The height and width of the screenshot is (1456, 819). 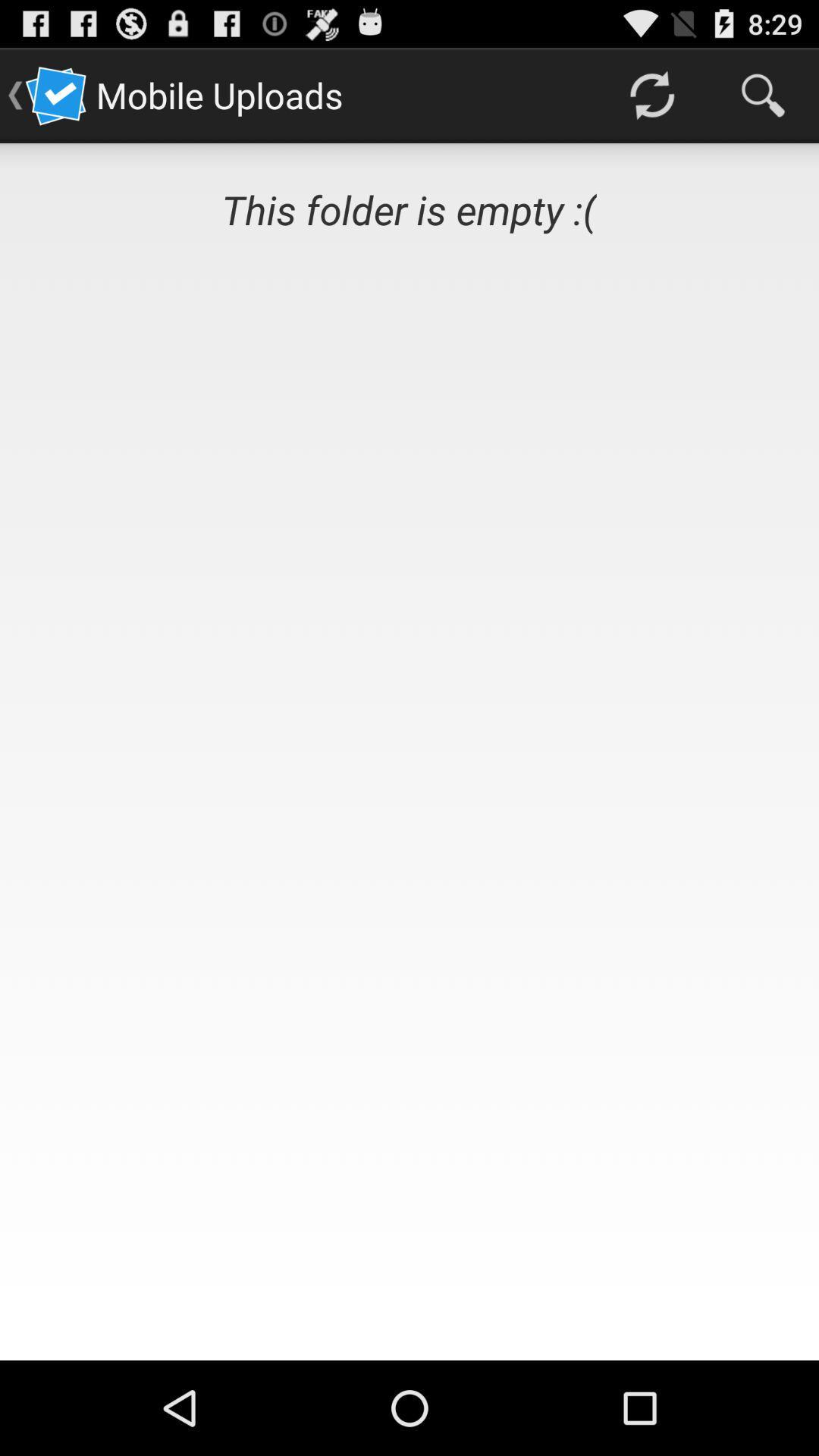 What do you see at coordinates (651, 94) in the screenshot?
I see `the app above this folder is item` at bounding box center [651, 94].